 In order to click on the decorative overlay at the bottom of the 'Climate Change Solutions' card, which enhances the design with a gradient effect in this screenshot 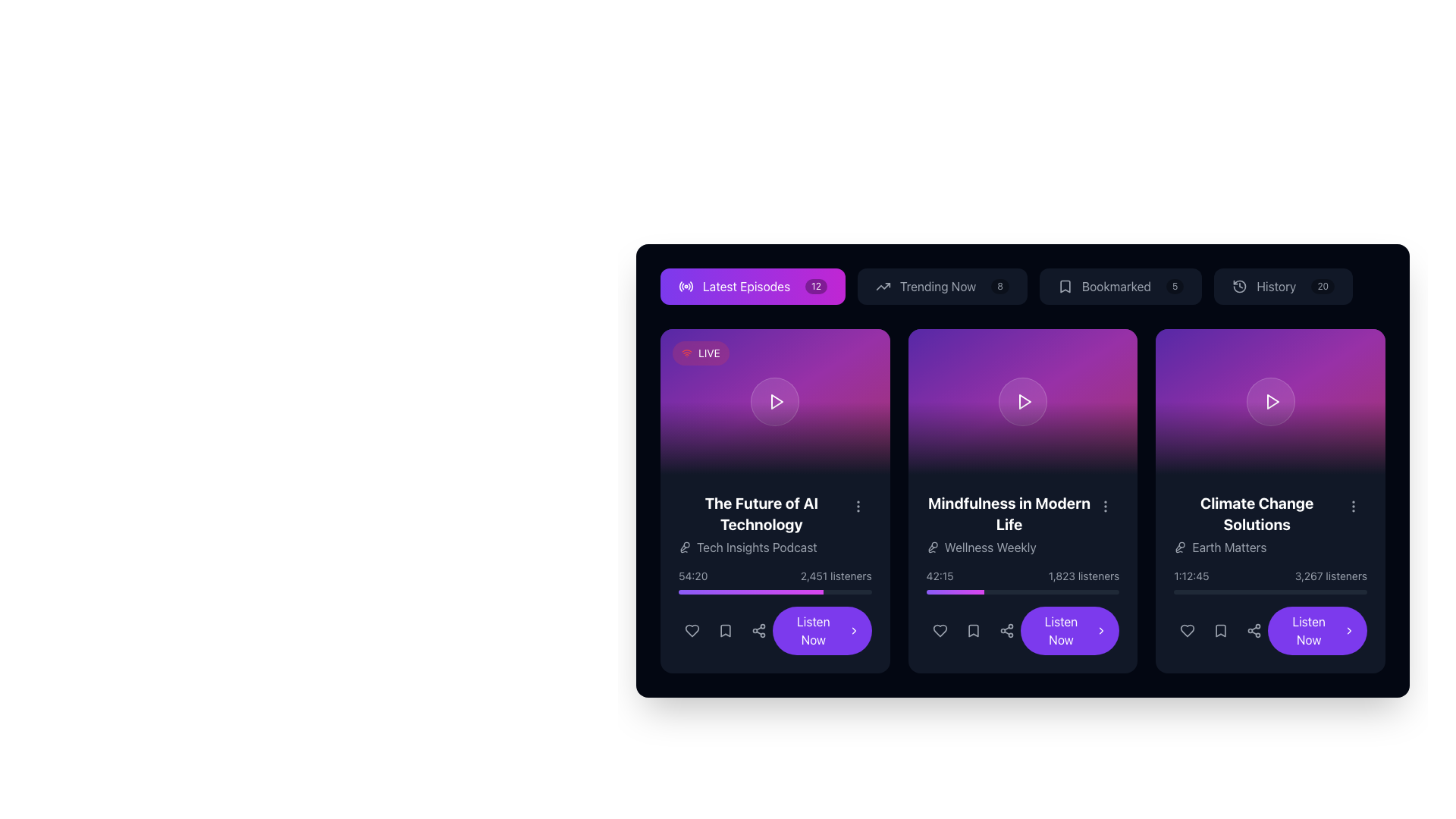, I will do `click(1270, 438)`.